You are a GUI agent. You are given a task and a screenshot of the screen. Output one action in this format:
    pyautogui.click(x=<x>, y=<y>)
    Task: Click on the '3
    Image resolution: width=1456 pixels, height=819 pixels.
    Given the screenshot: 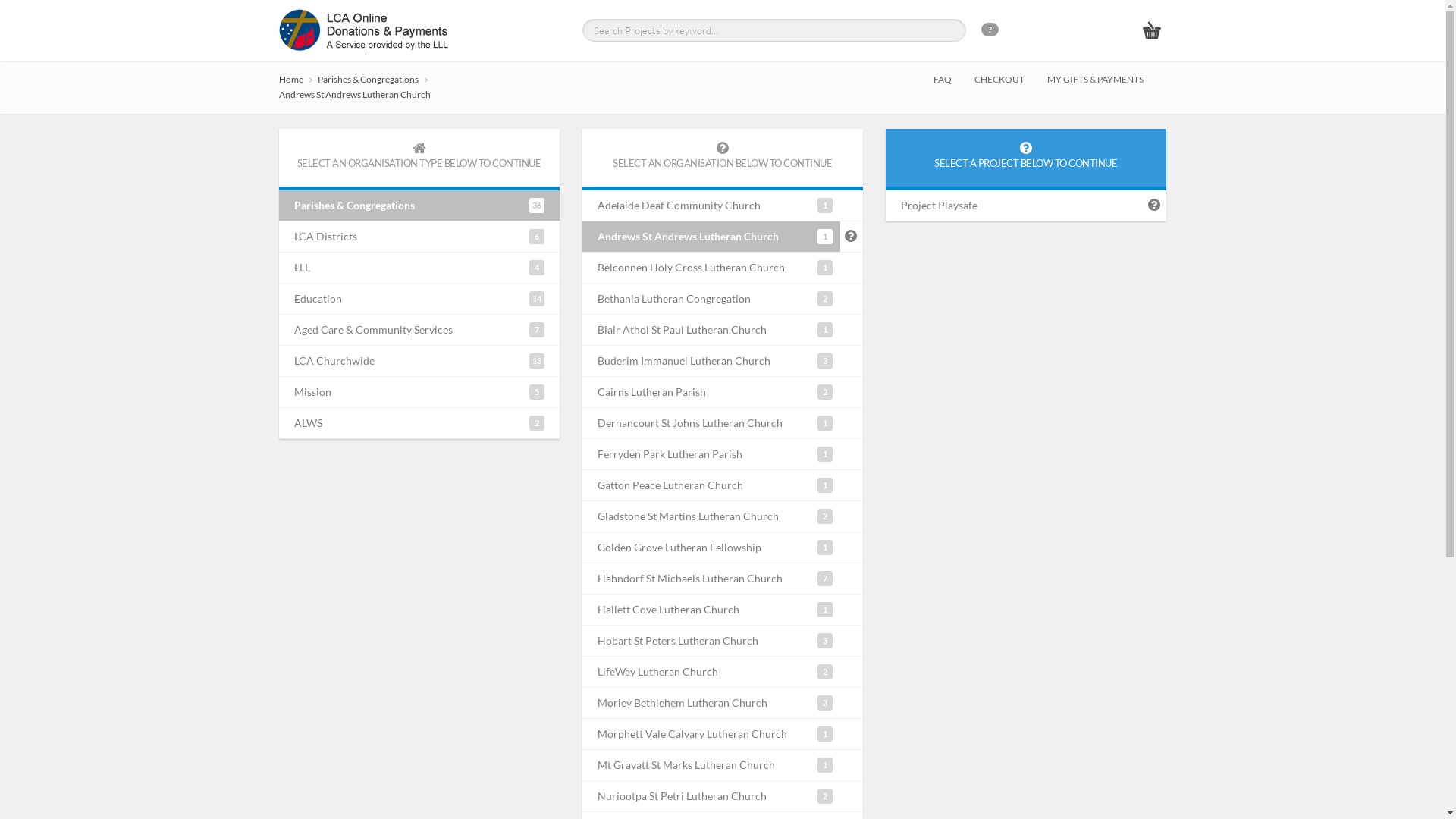 What is the action you would take?
    pyautogui.click(x=710, y=702)
    